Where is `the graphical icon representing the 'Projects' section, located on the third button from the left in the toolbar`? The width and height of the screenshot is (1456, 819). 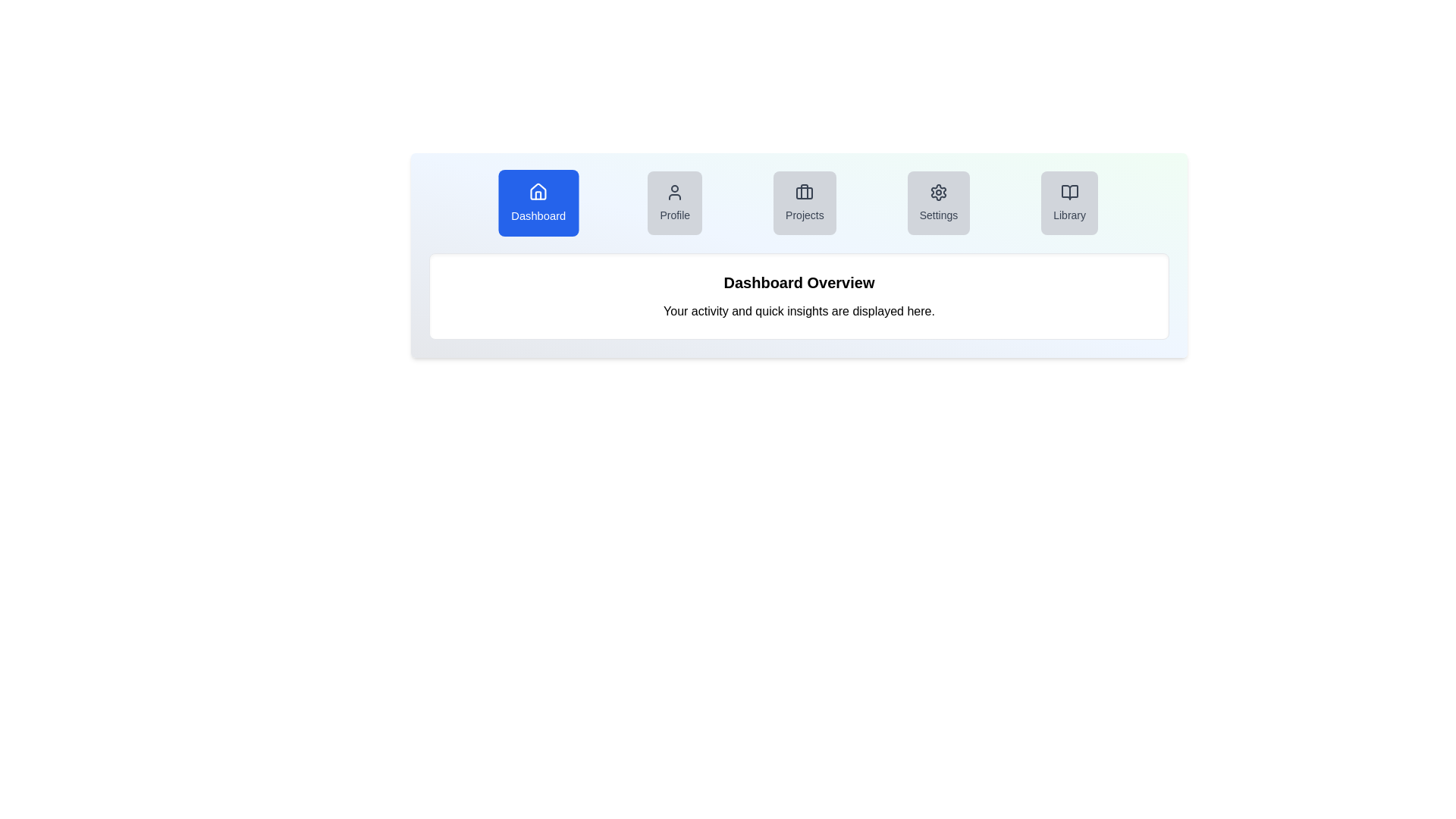 the graphical icon representing the 'Projects' section, located on the third button from the left in the toolbar is located at coordinates (804, 192).